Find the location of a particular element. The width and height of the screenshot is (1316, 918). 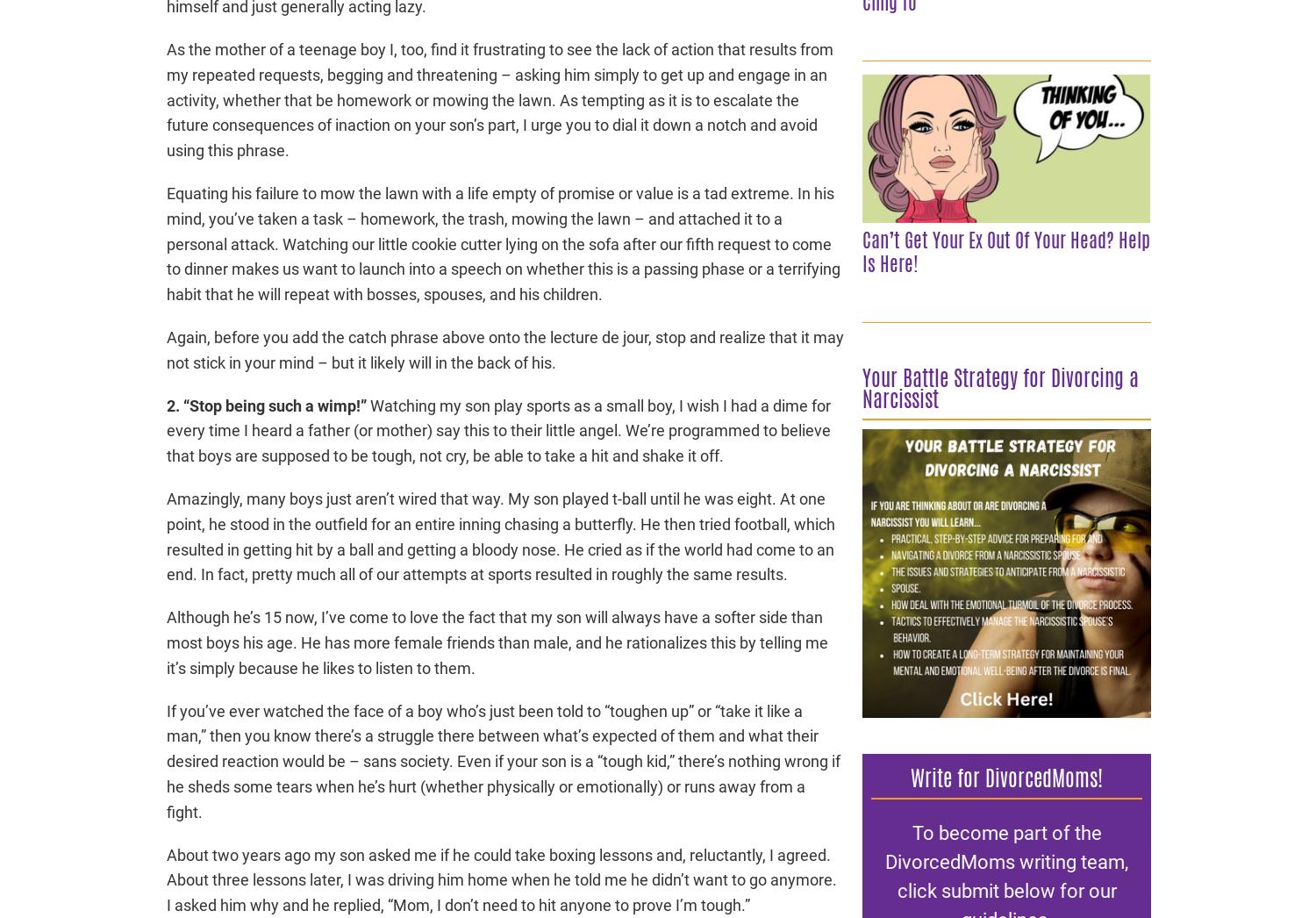

'Your Battle Strategy for Divorcing a Narcissist' is located at coordinates (1000, 387).